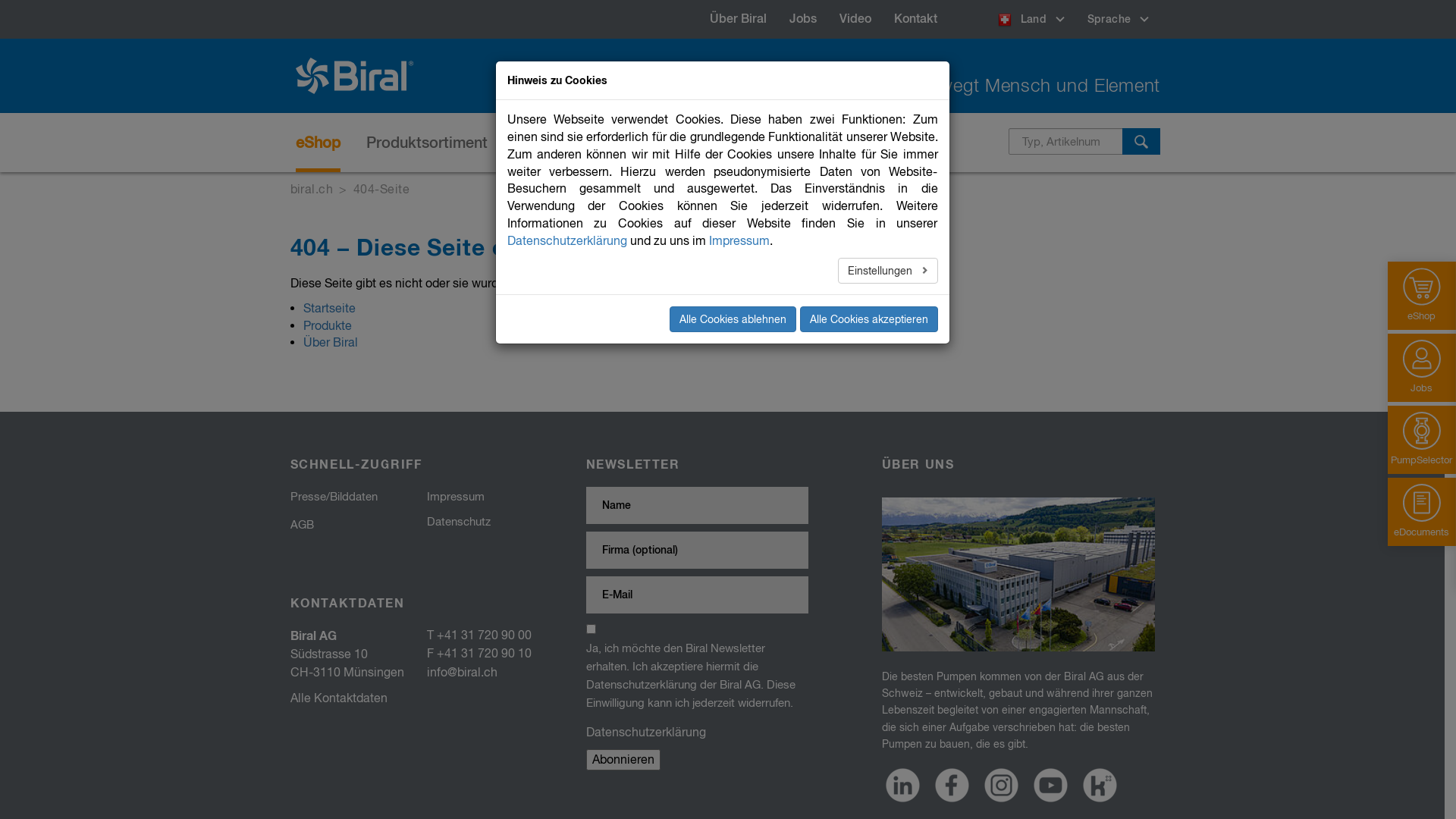  I want to click on 'Produkte', so click(327, 325).